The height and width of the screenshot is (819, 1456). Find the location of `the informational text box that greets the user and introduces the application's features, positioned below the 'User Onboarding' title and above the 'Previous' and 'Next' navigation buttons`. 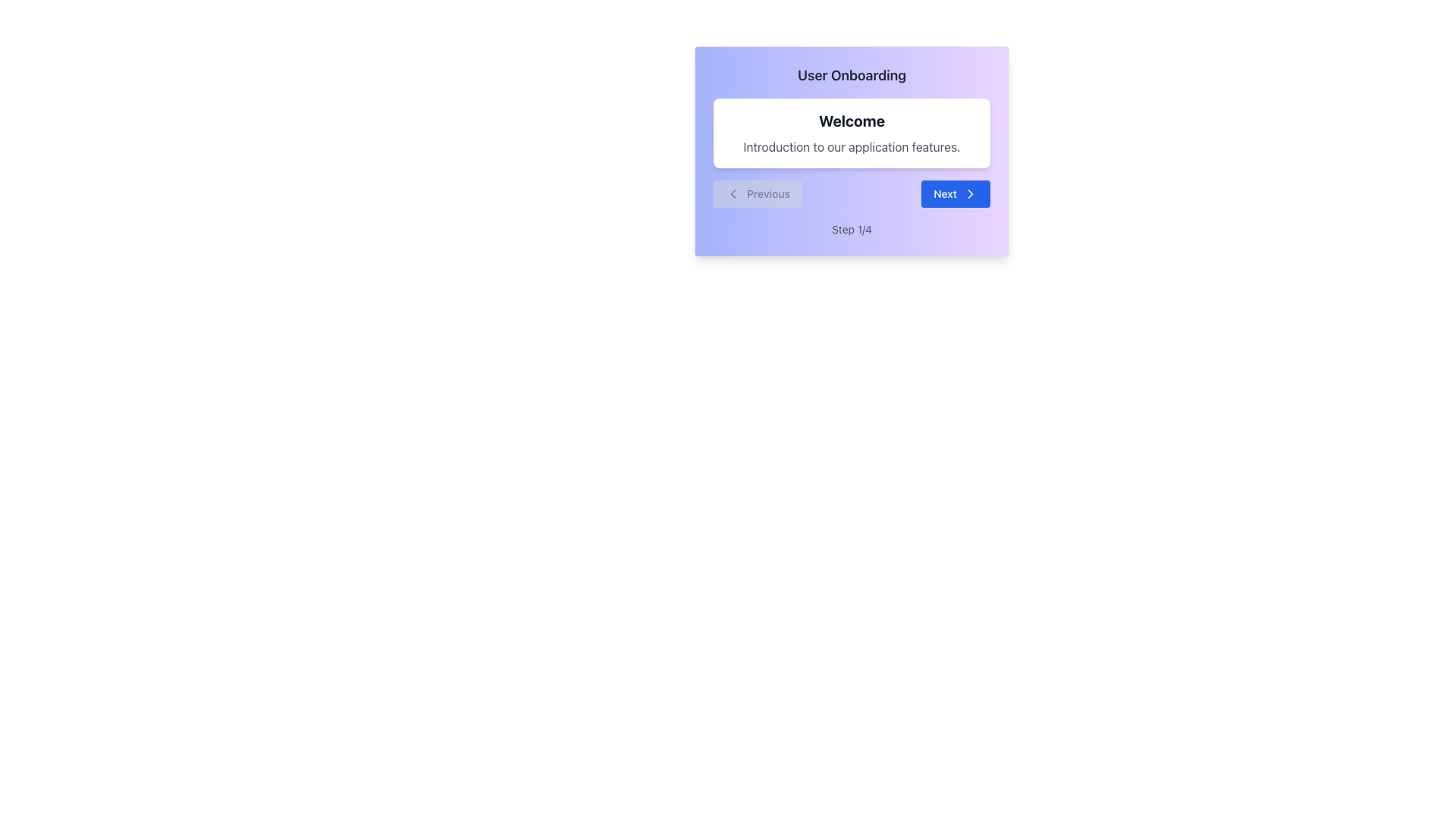

the informational text box that greets the user and introduces the application's features, positioned below the 'User Onboarding' title and above the 'Previous' and 'Next' navigation buttons is located at coordinates (852, 133).